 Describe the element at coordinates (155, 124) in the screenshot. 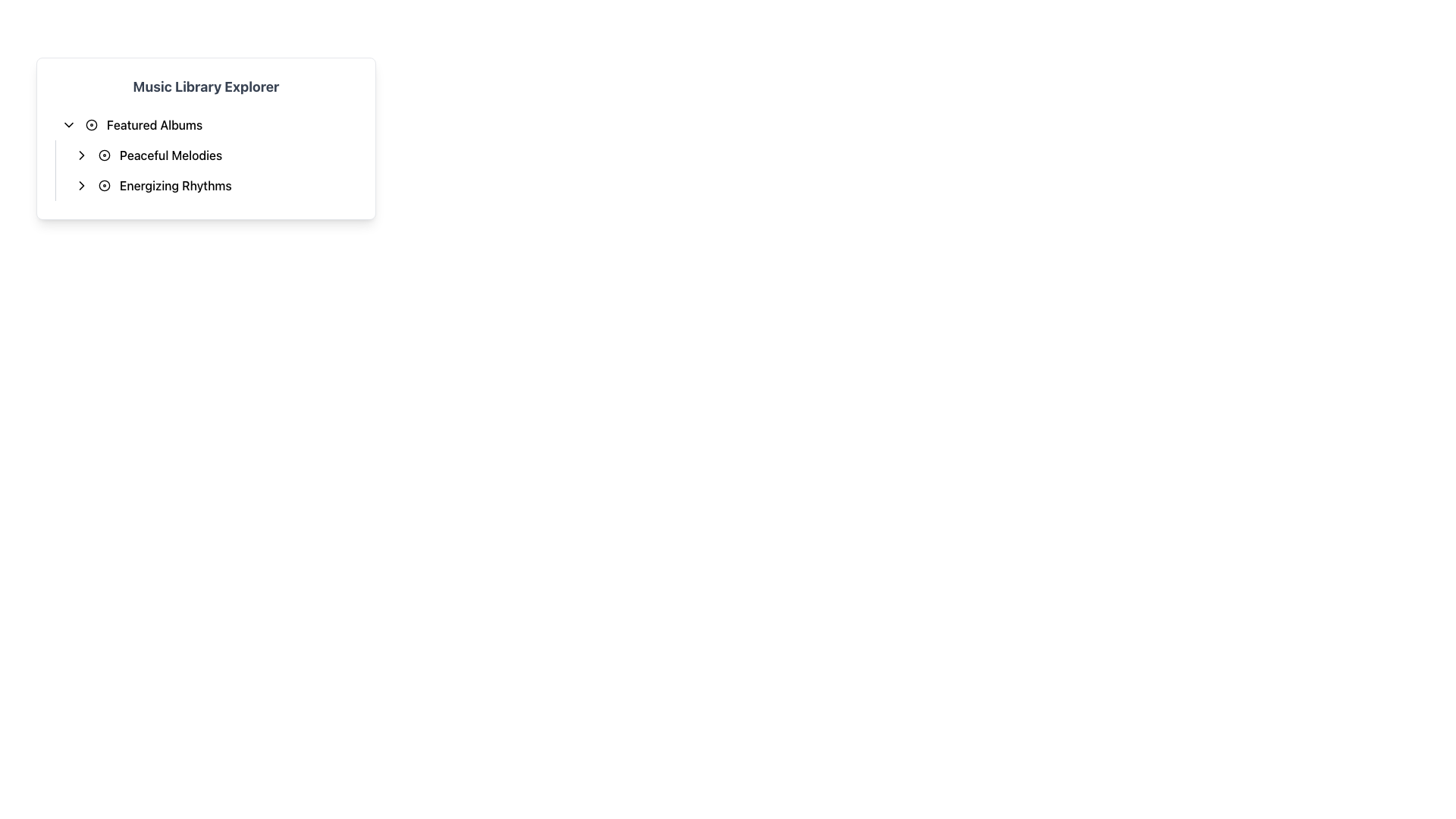

I see `the 'Featured Albums' text label in the vertical navigation menu, which is aligned with a circular music icon and a chevron for dropdown functionality` at that location.